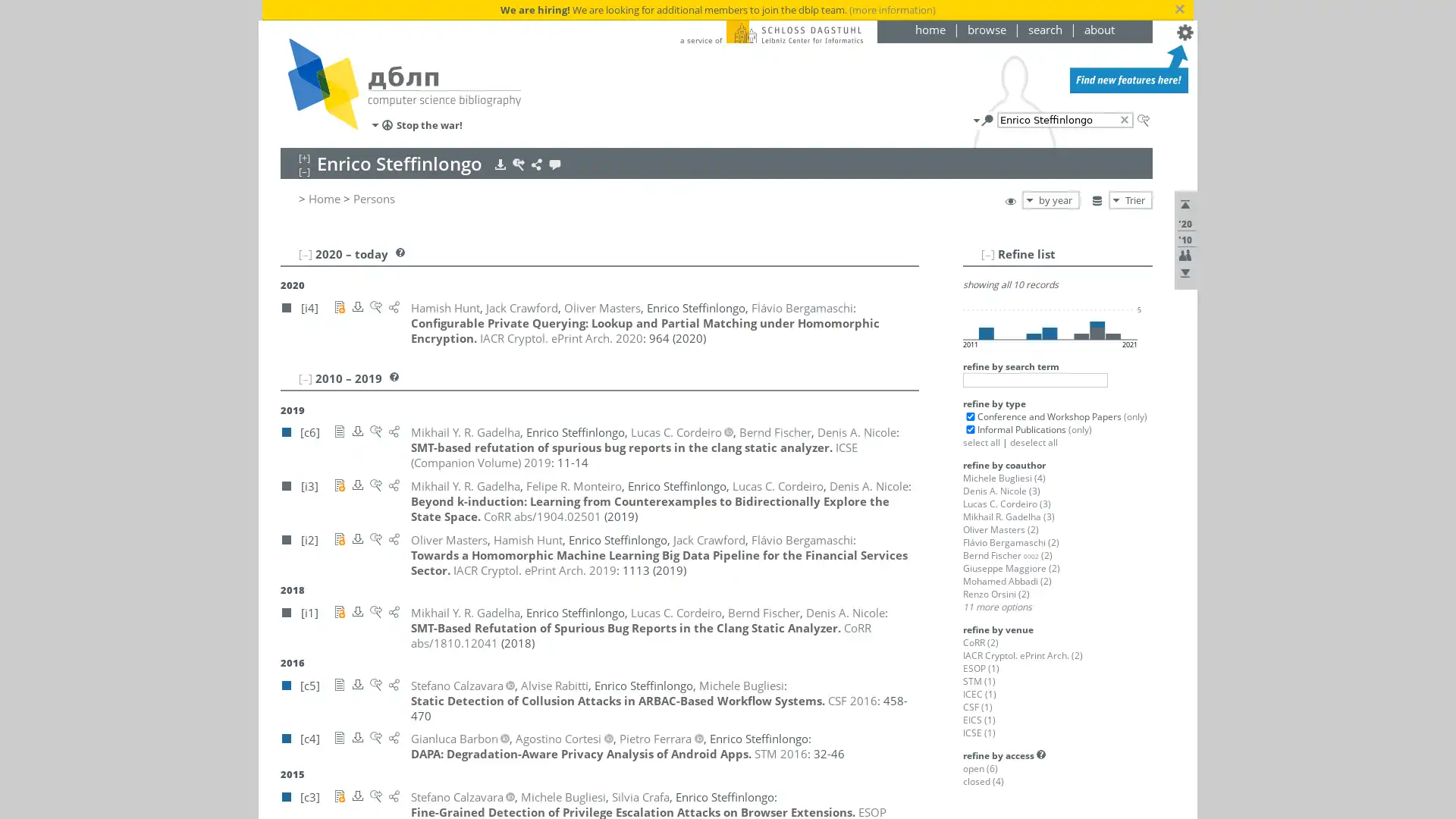 The height and width of the screenshot is (819, 1456). What do you see at coordinates (1012, 568) in the screenshot?
I see `Giuseppe Maggiore (2)` at bounding box center [1012, 568].